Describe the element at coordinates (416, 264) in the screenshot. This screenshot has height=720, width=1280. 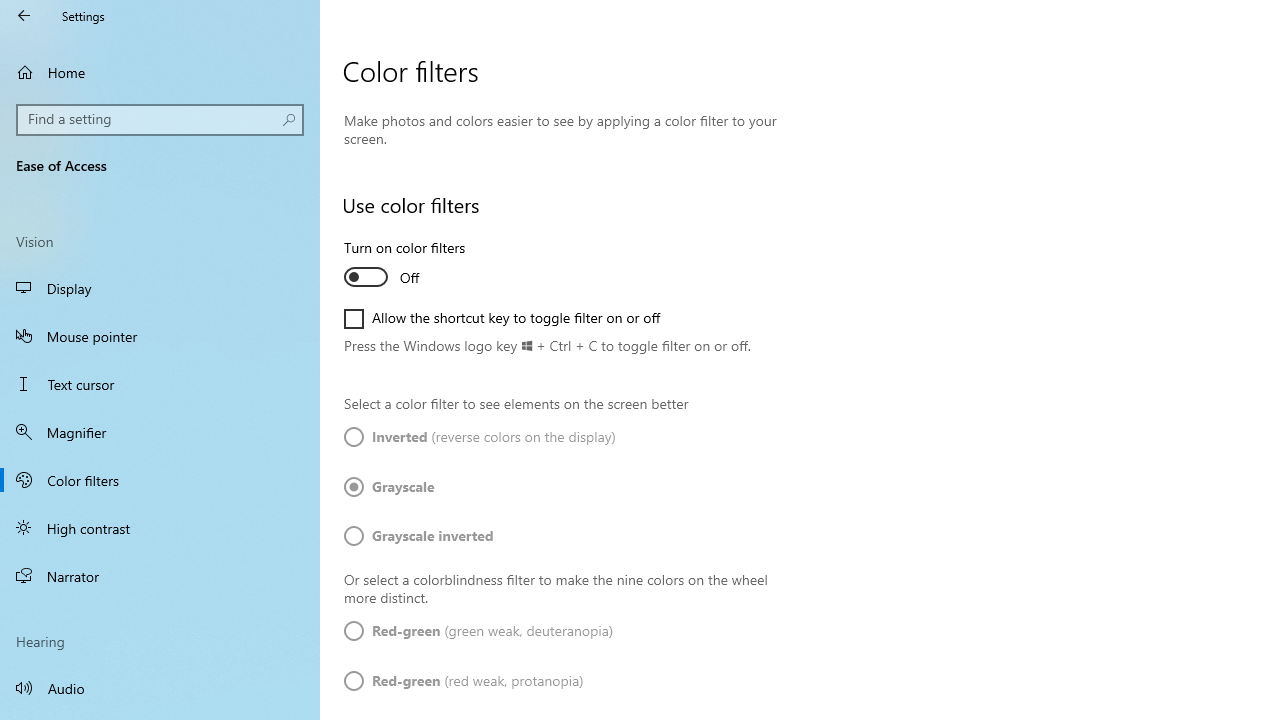
I see `'Turn on color filters'` at that location.